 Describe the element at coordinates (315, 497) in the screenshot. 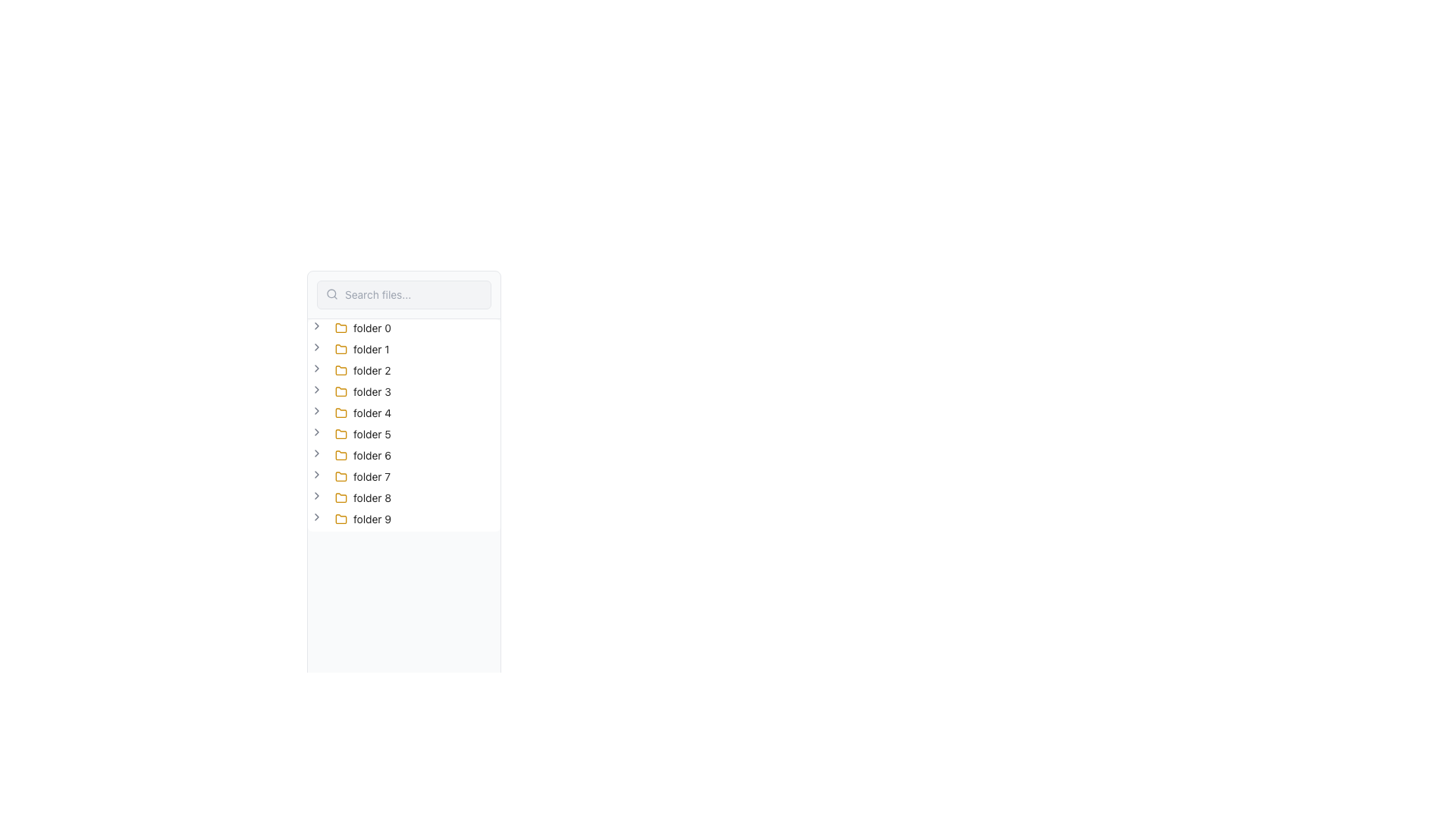

I see `the chevron icon pointing to the right, located to the left of the label 'folder 8'` at that location.